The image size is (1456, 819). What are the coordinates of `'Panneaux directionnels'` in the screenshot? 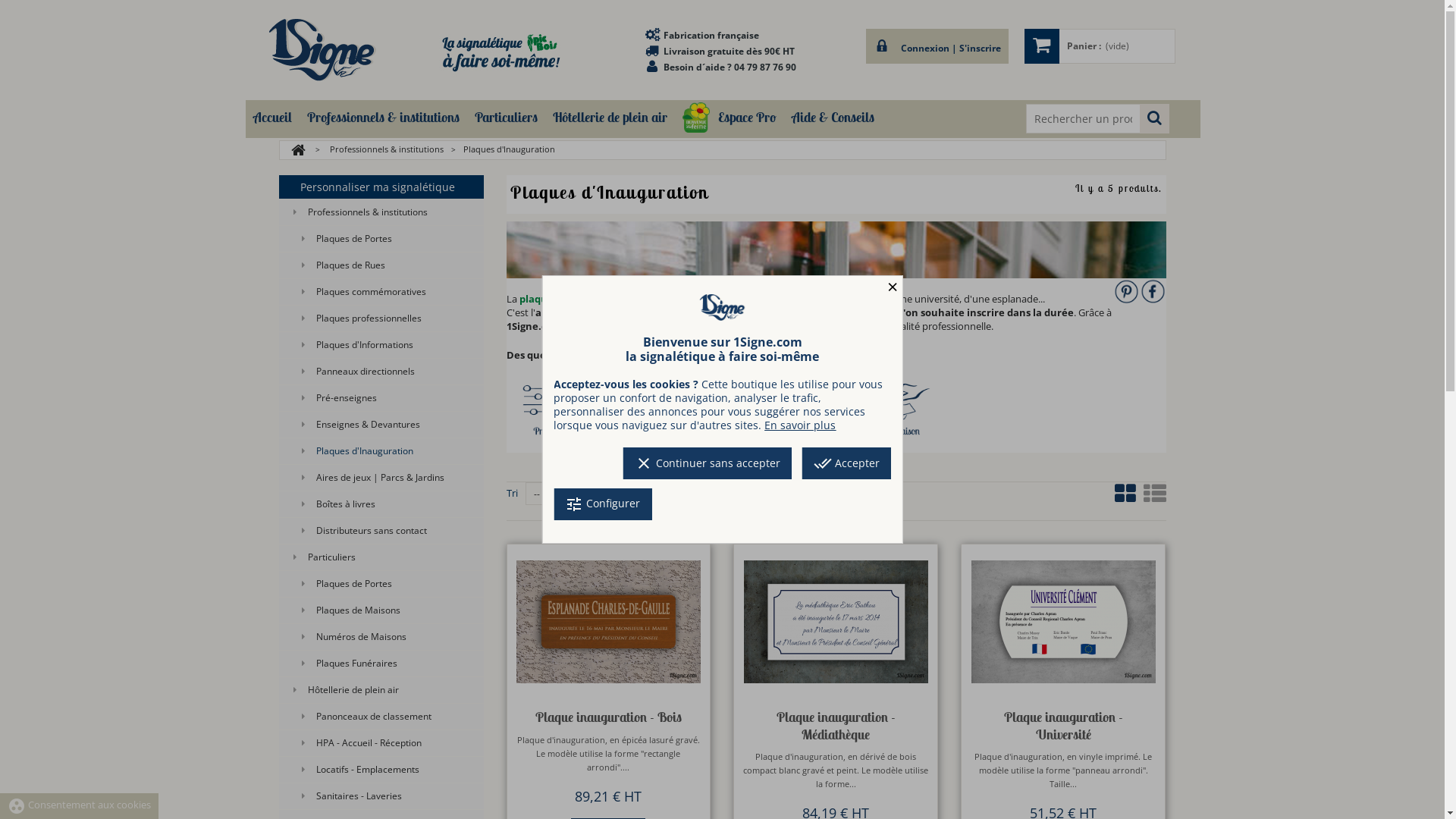 It's located at (381, 371).